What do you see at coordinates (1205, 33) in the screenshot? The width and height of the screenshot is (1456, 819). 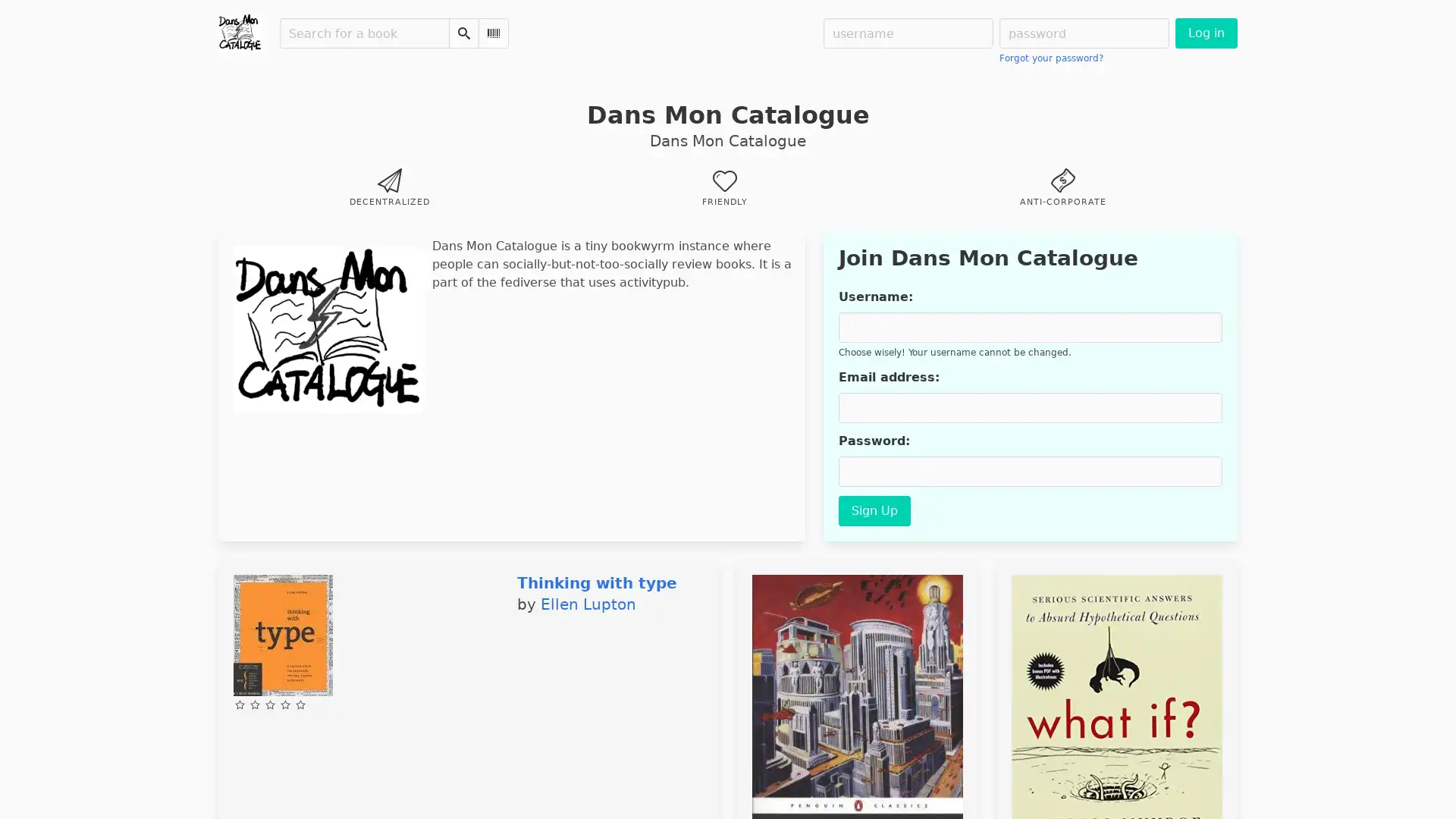 I see `Log in` at bounding box center [1205, 33].